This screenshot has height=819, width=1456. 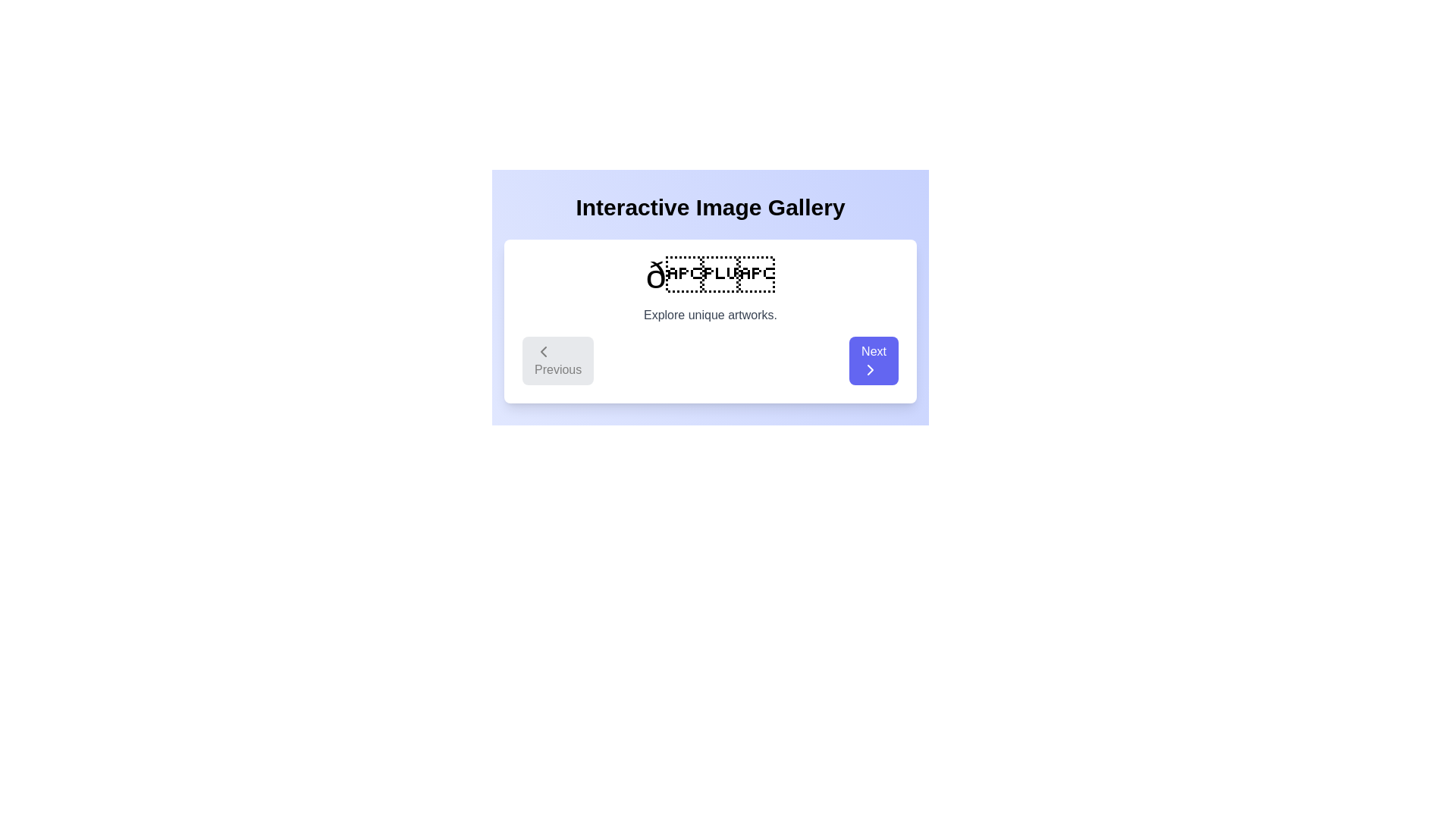 What do you see at coordinates (557, 360) in the screenshot?
I see `the Previous button to navigate the gallery` at bounding box center [557, 360].